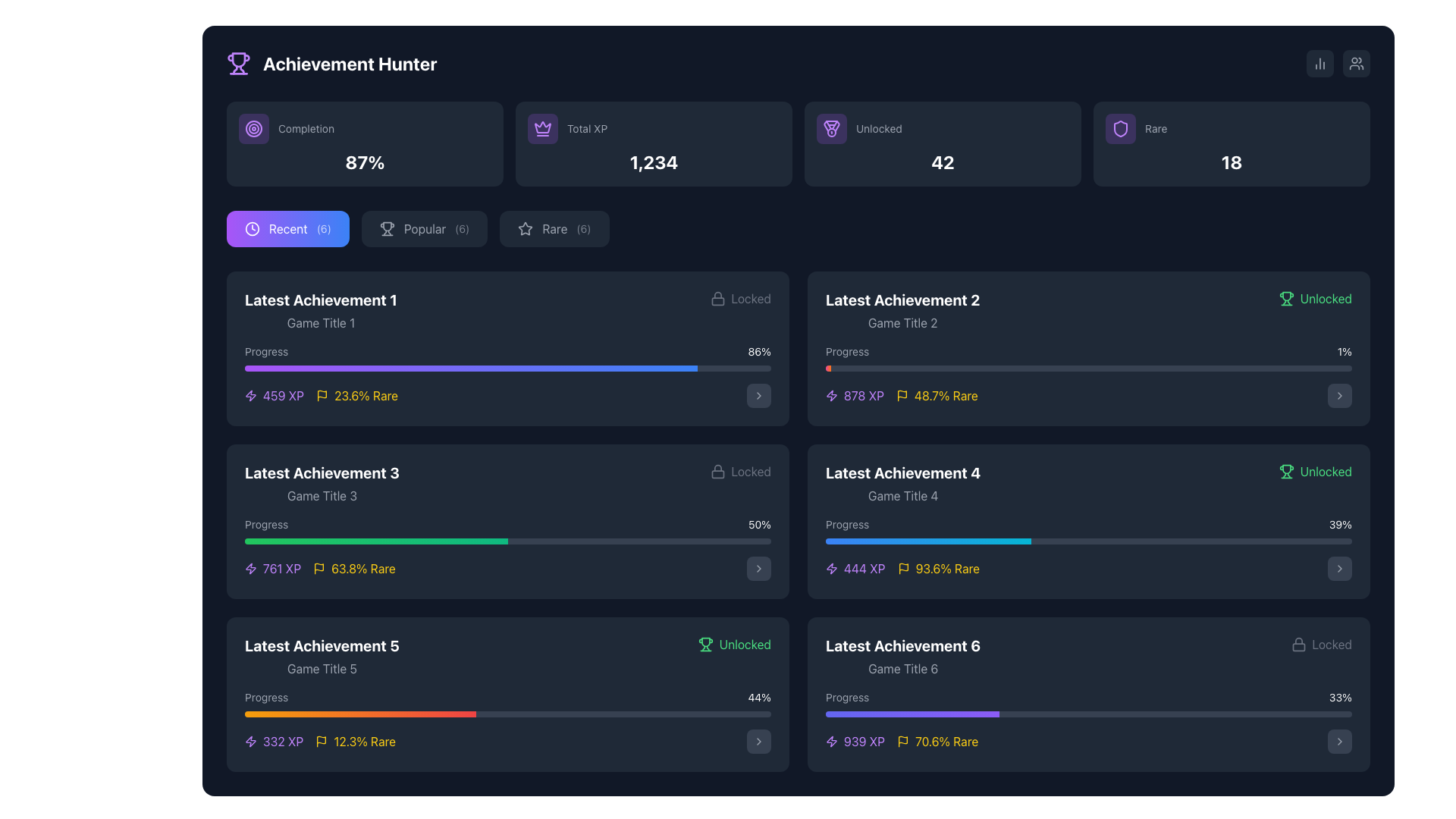  I want to click on the 'Latest Achievement 5' icon and label combination that indicates an unlocked achievement, located on the right end of the section, so click(734, 644).